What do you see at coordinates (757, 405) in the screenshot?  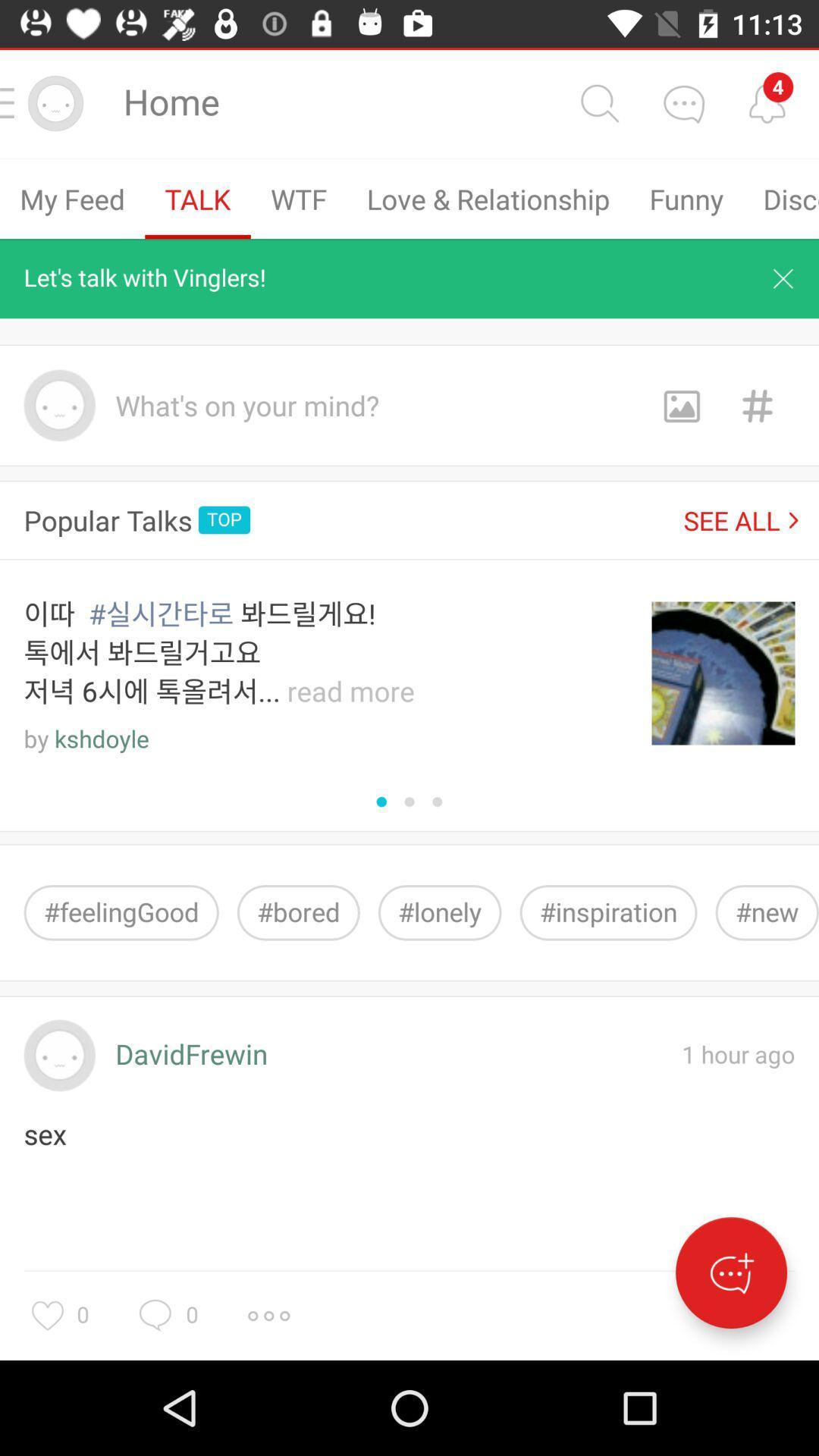 I see `hashtag` at bounding box center [757, 405].